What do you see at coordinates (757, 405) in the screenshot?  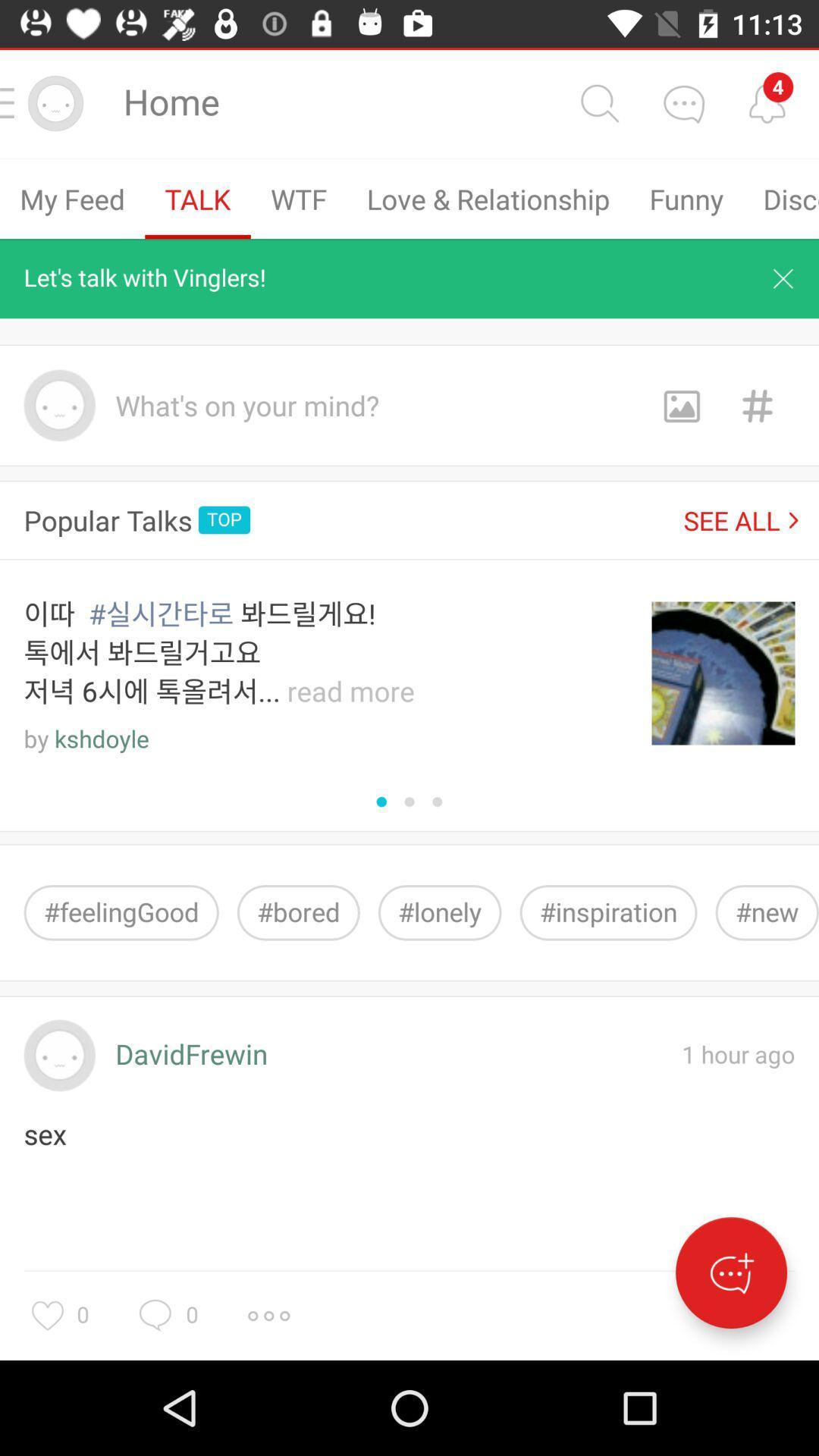 I see `hashtag` at bounding box center [757, 405].